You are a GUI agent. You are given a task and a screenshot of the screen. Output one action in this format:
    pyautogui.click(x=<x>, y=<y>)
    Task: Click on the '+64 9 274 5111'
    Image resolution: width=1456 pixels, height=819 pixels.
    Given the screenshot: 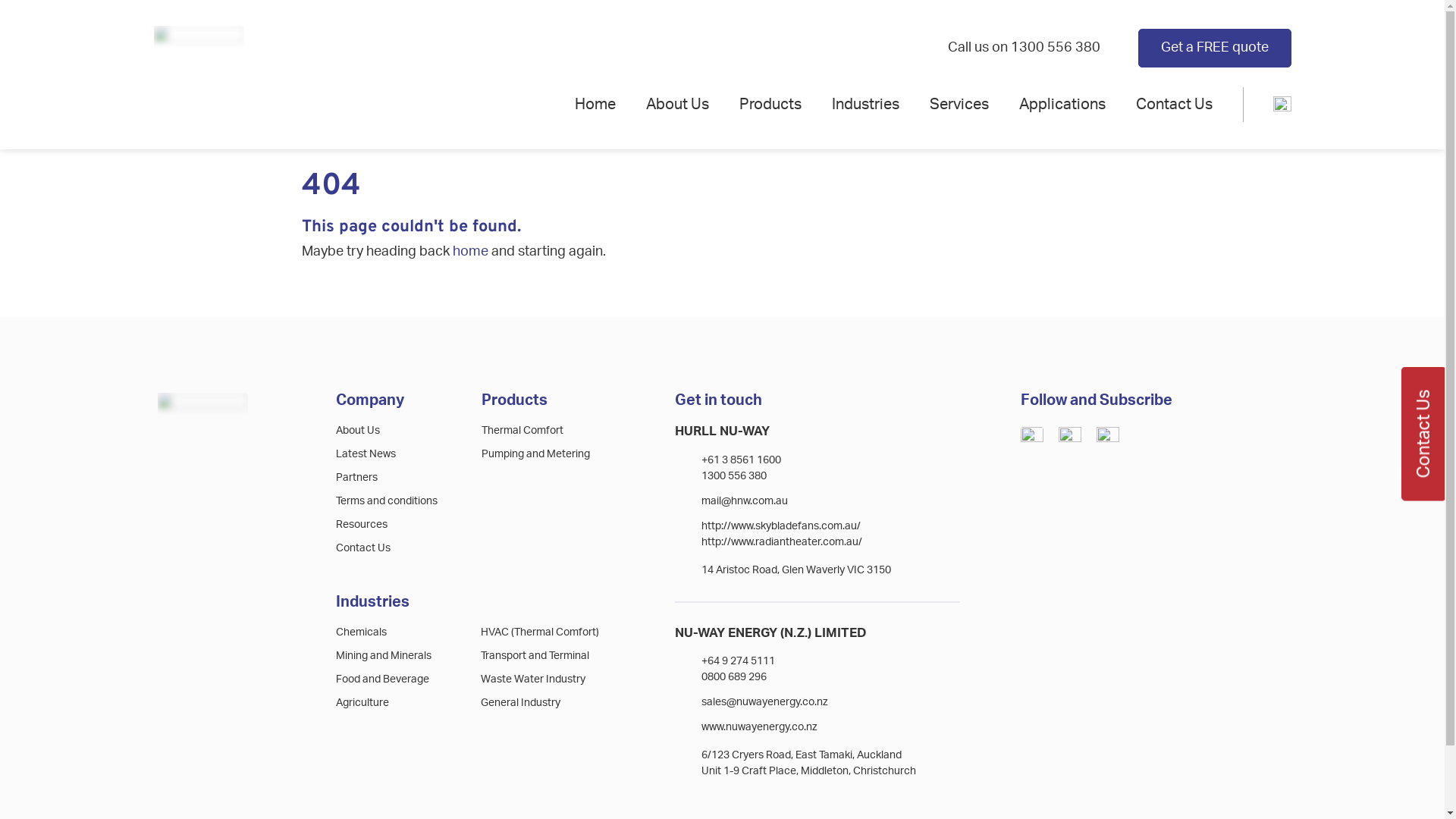 What is the action you would take?
    pyautogui.click(x=701, y=660)
    